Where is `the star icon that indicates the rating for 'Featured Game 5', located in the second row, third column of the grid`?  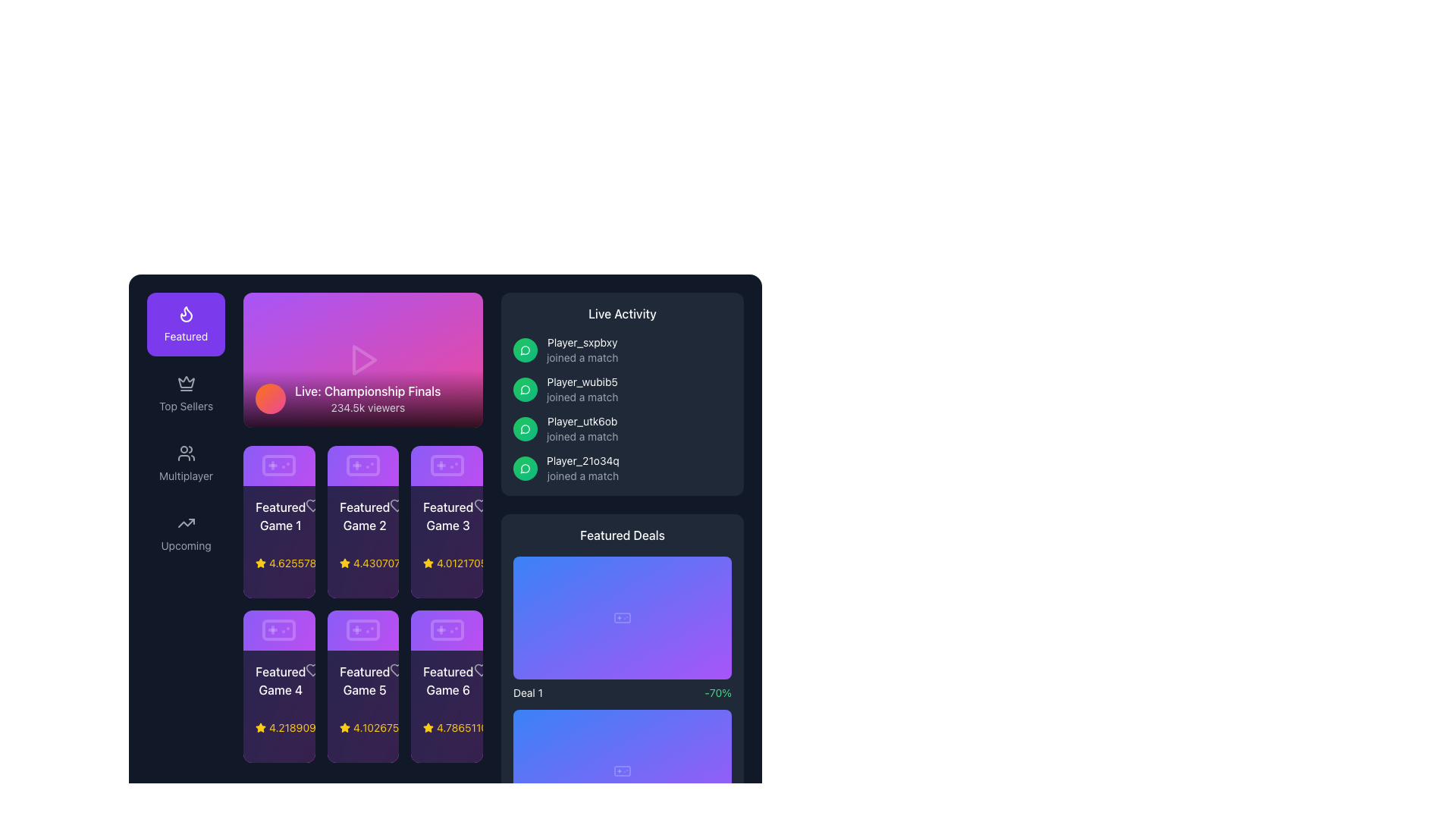 the star icon that indicates the rating for 'Featured Game 5', located in the second row, third column of the grid is located at coordinates (344, 727).